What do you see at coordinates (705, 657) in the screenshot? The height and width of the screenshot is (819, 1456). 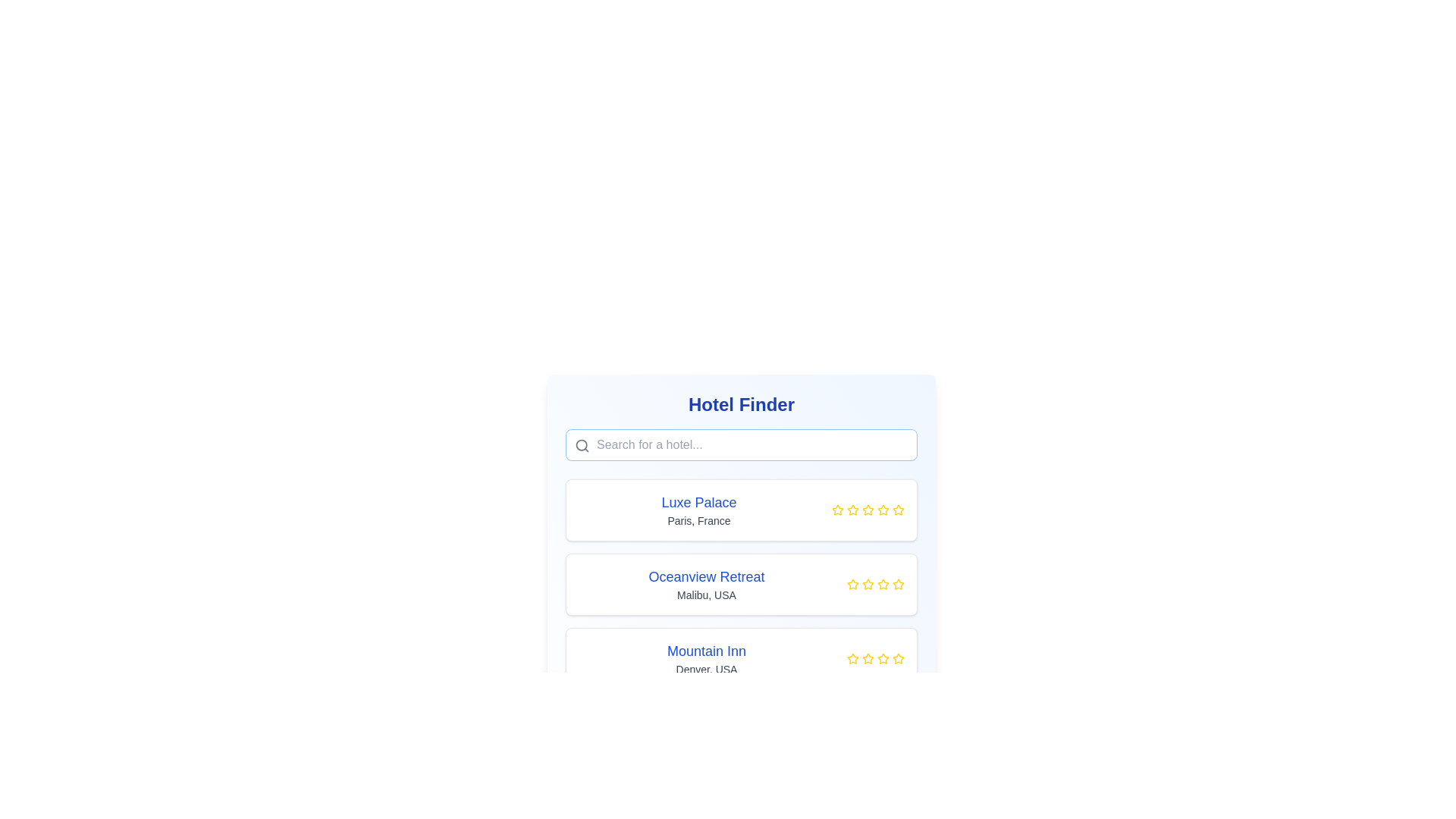 I see `the Text Label displaying 'Mountain Inn' and 'Denver, USA', which is the third listing in a vertical layout, styled with distinct font sizes and colors` at bounding box center [705, 657].